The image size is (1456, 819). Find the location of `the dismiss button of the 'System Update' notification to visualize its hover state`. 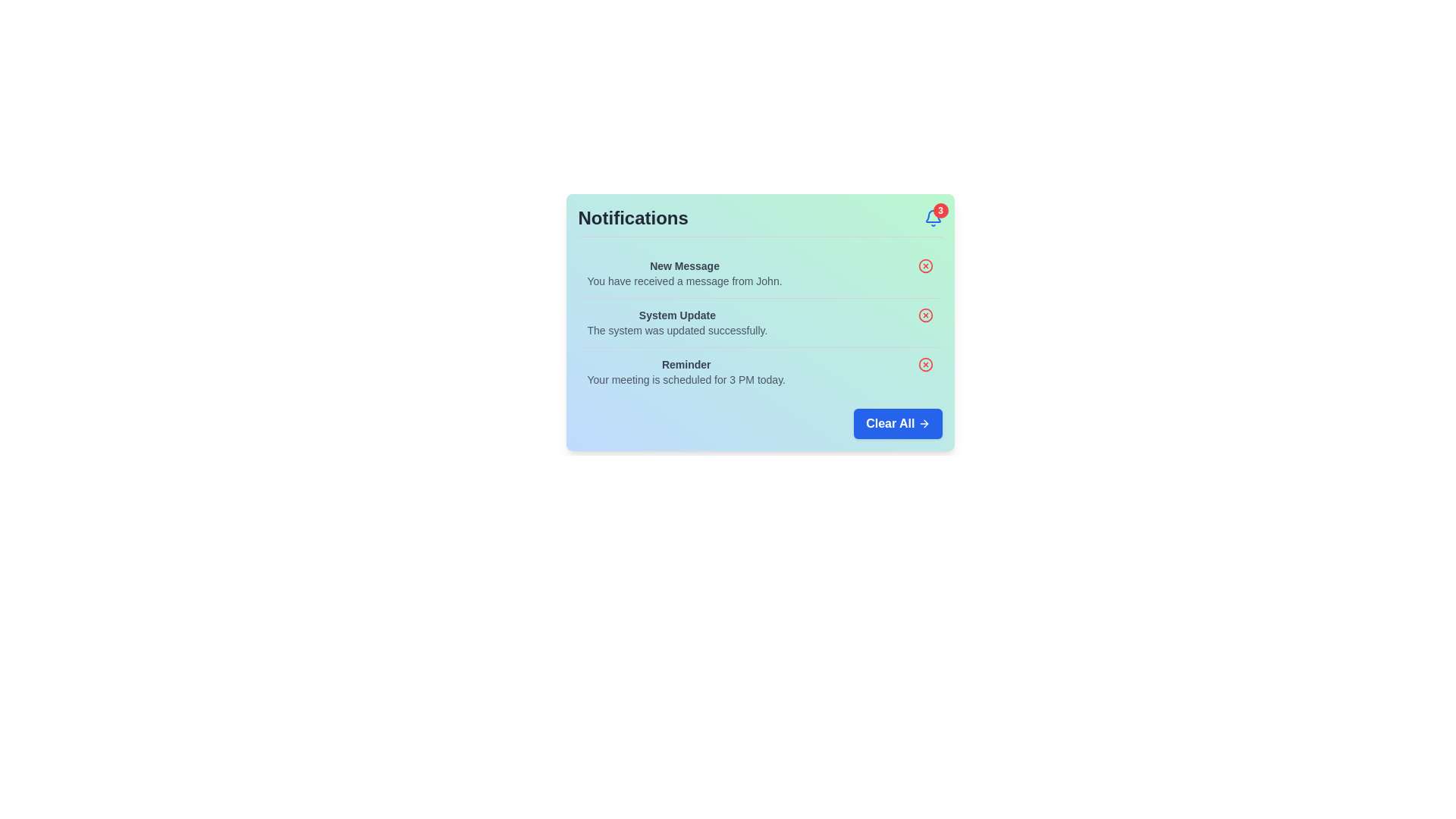

the dismiss button of the 'System Update' notification to visualize its hover state is located at coordinates (924, 315).